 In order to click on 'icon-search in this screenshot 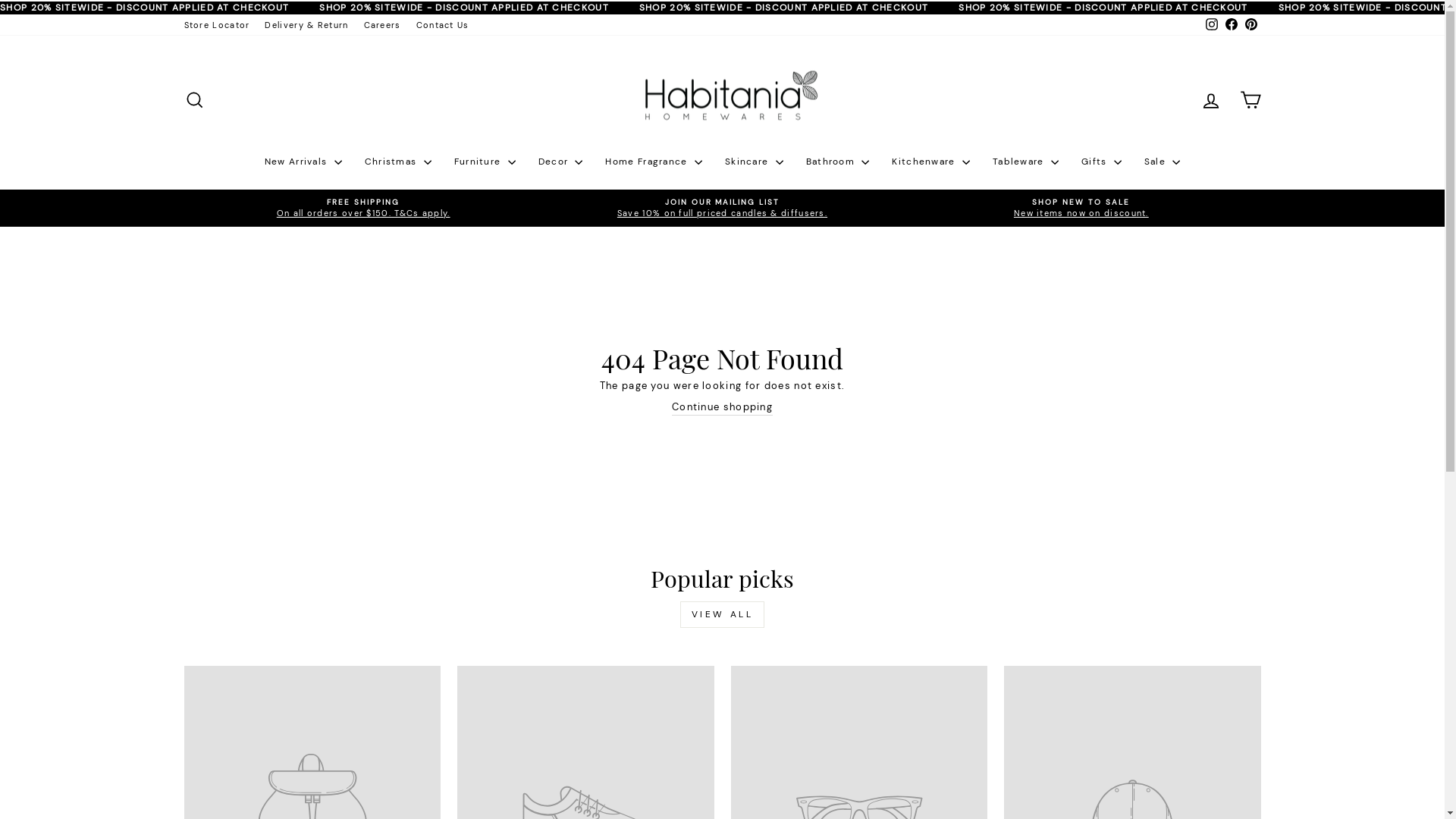, I will do `click(193, 100)`.